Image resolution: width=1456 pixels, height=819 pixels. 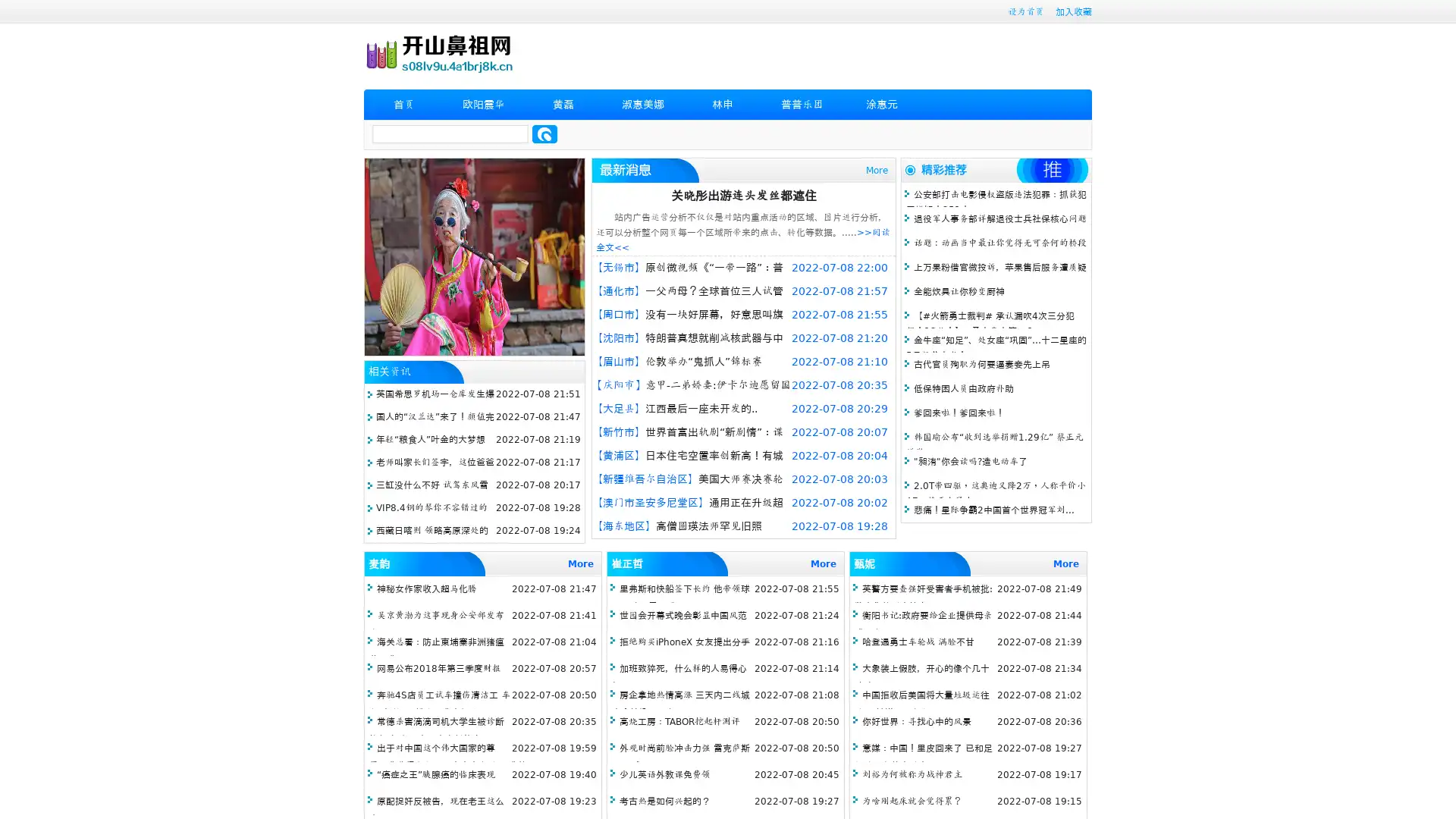 What do you see at coordinates (544, 133) in the screenshot?
I see `Search` at bounding box center [544, 133].